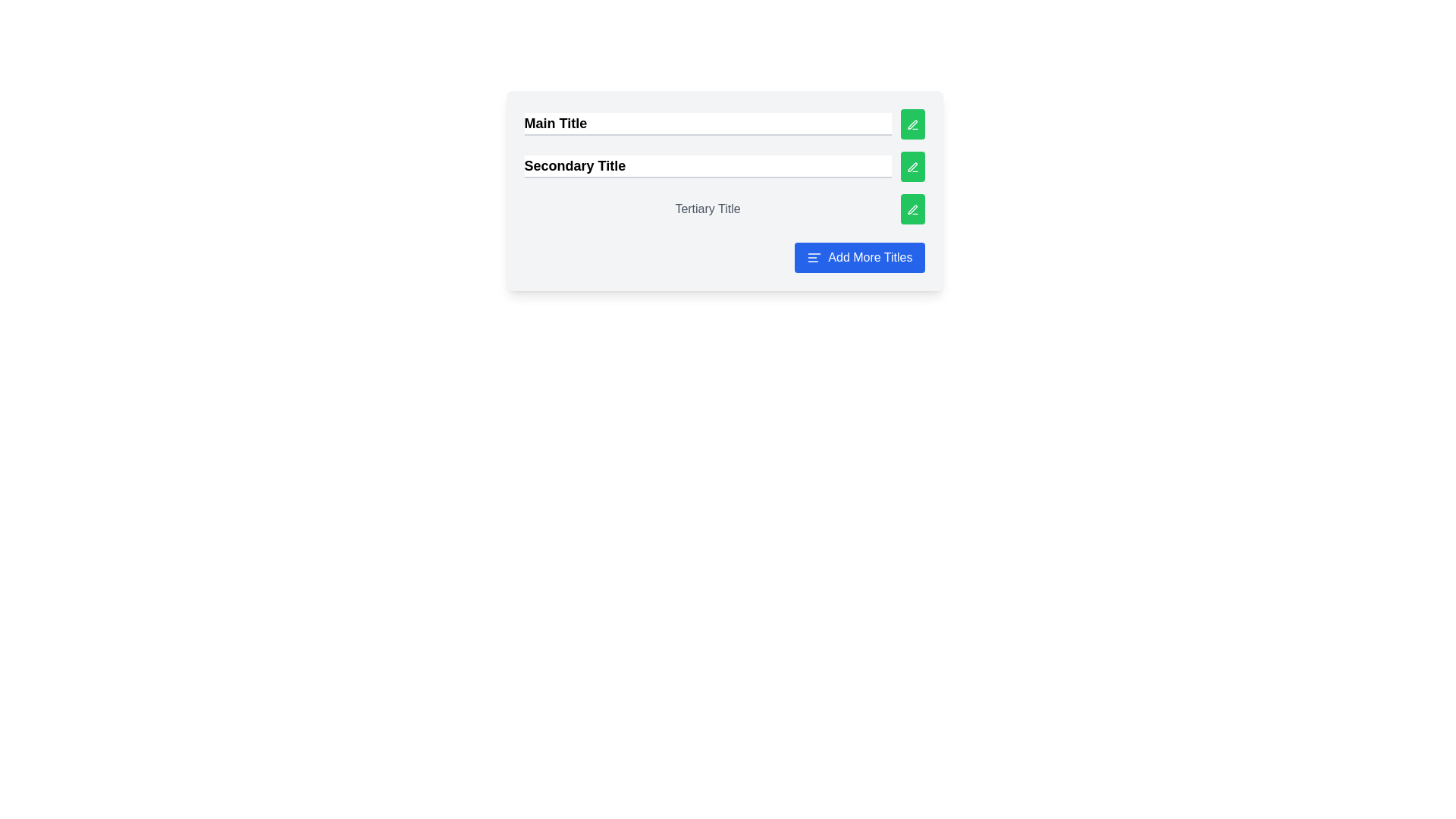  I want to click on the green edit button located to the far right of the 'Tertiary Title' text, so click(912, 209).